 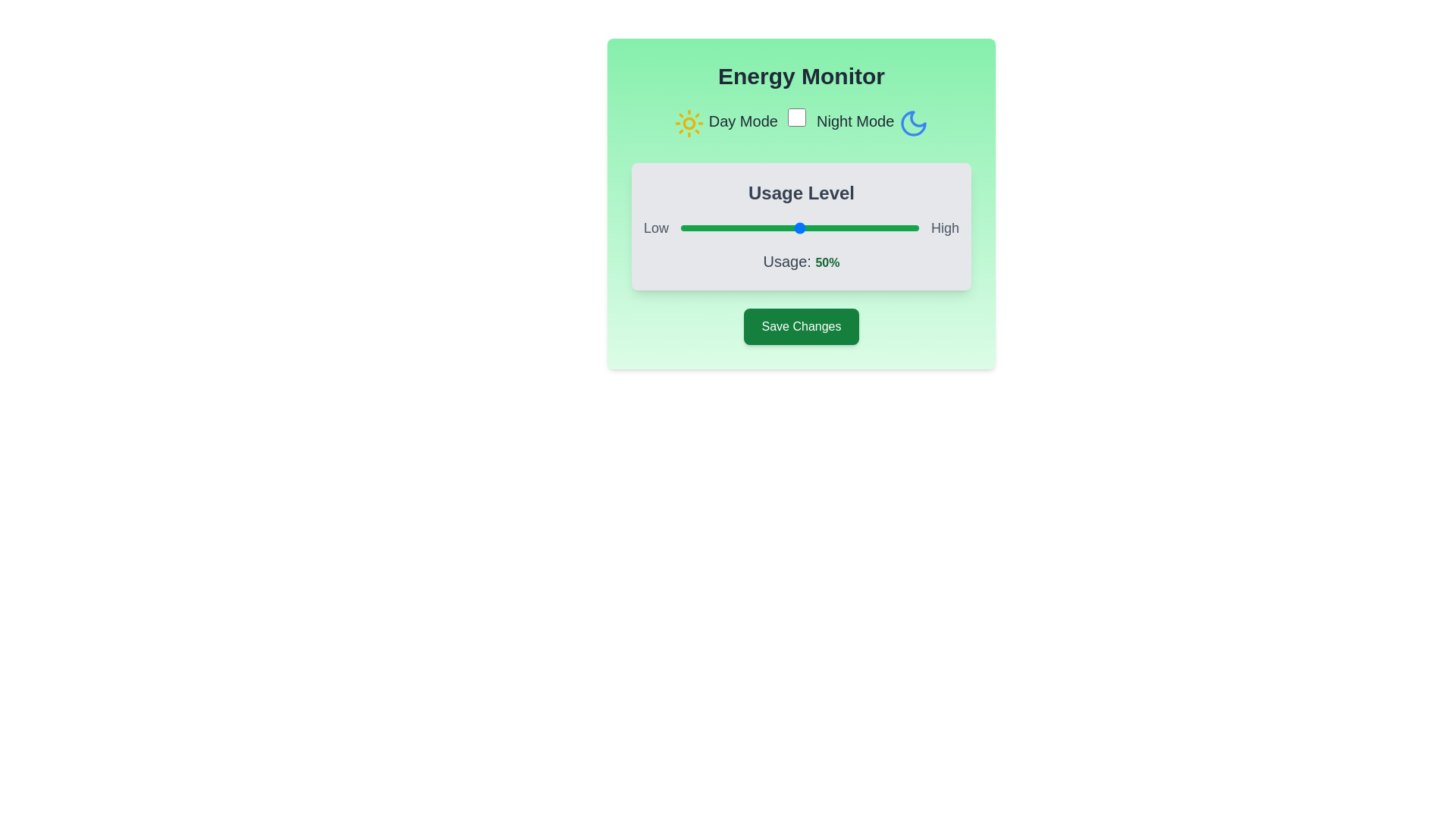 What do you see at coordinates (706, 227) in the screenshot?
I see `the slider` at bounding box center [706, 227].